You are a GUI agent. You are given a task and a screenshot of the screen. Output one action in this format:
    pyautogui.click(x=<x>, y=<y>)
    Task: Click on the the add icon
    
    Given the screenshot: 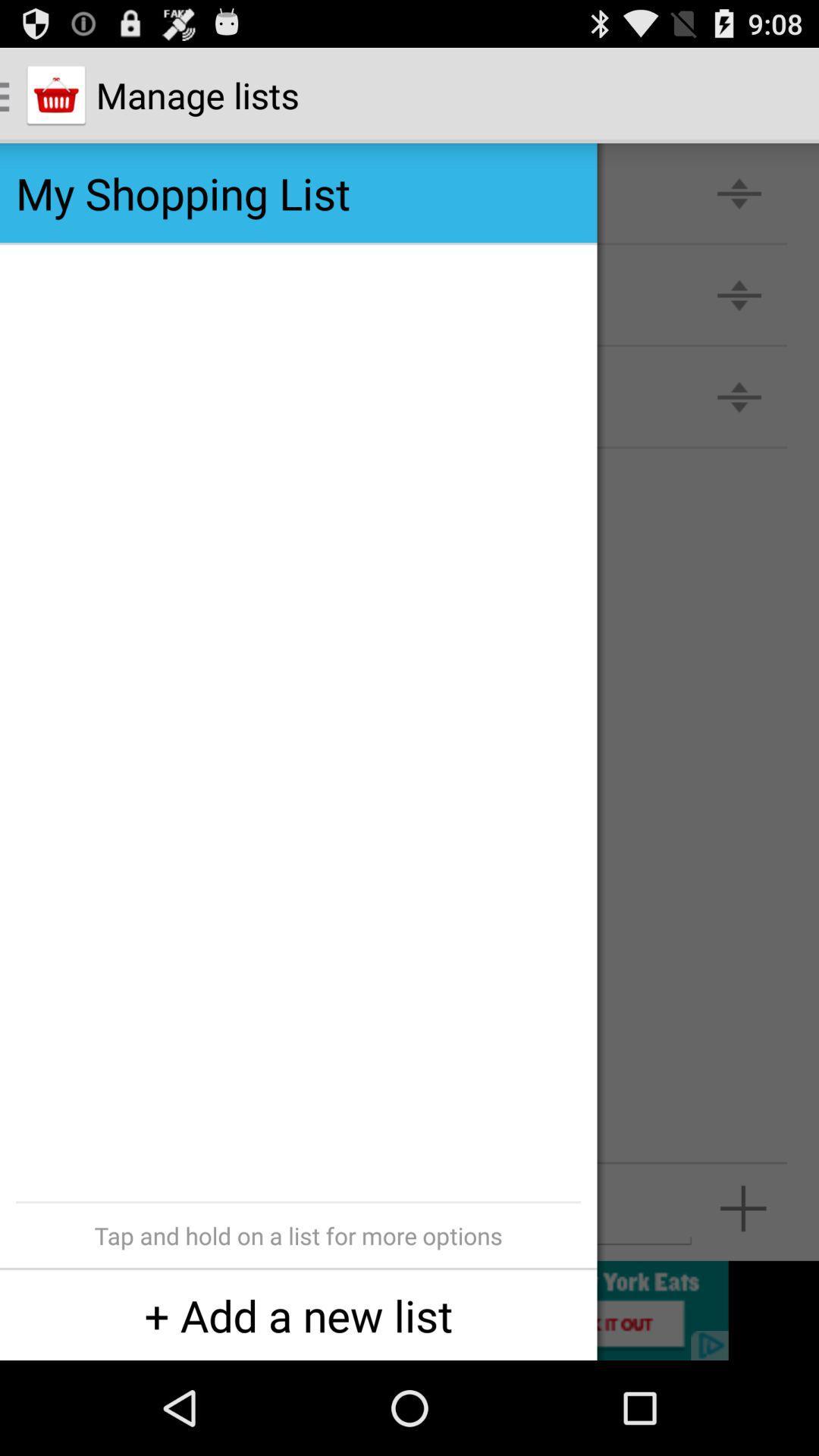 What is the action you would take?
    pyautogui.click(x=742, y=1292)
    